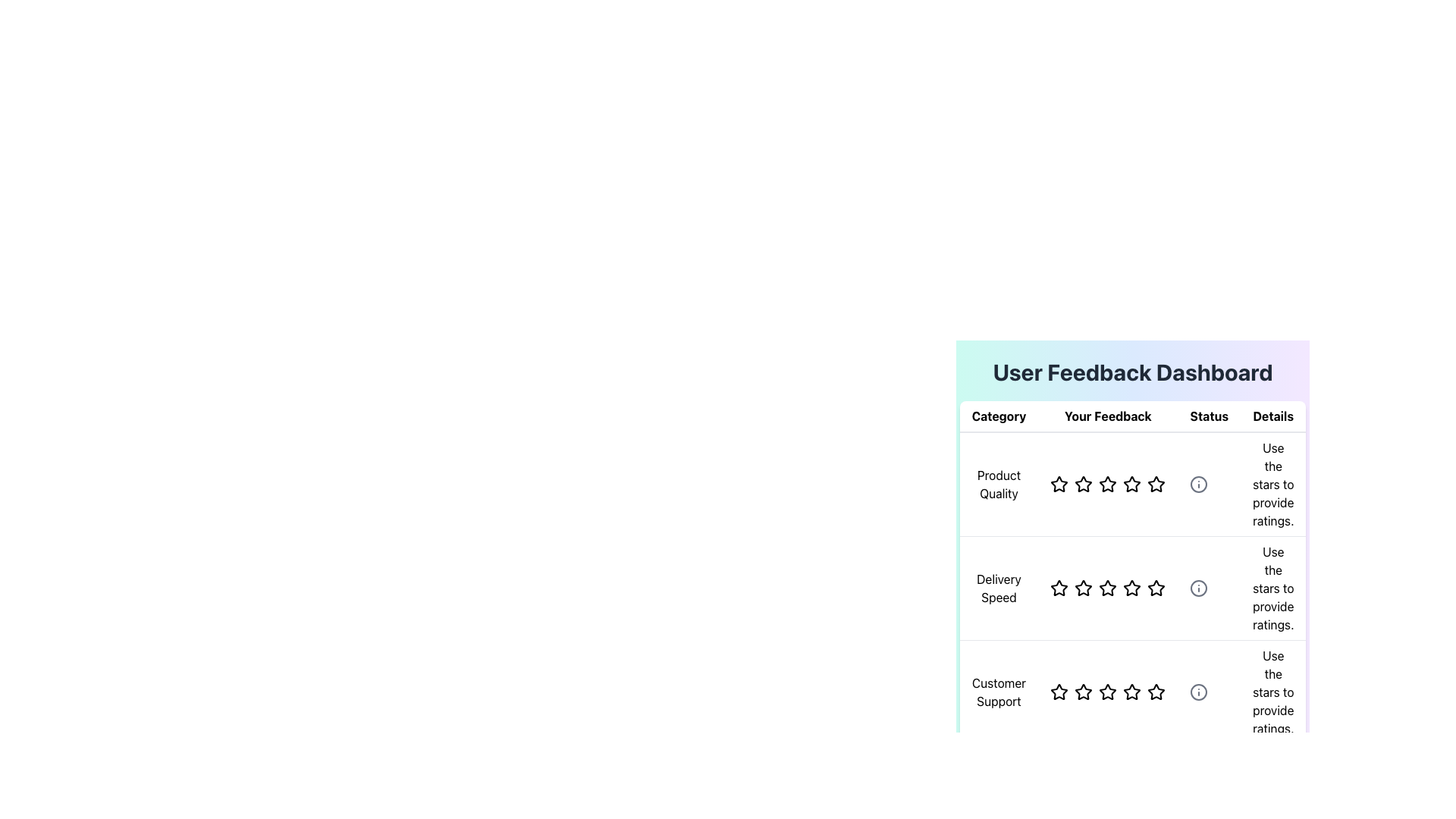 This screenshot has width=1456, height=819. Describe the element at coordinates (1108, 484) in the screenshot. I see `the second star icon in the 'Product Quality' row under the 'Your Feedback' column` at that location.